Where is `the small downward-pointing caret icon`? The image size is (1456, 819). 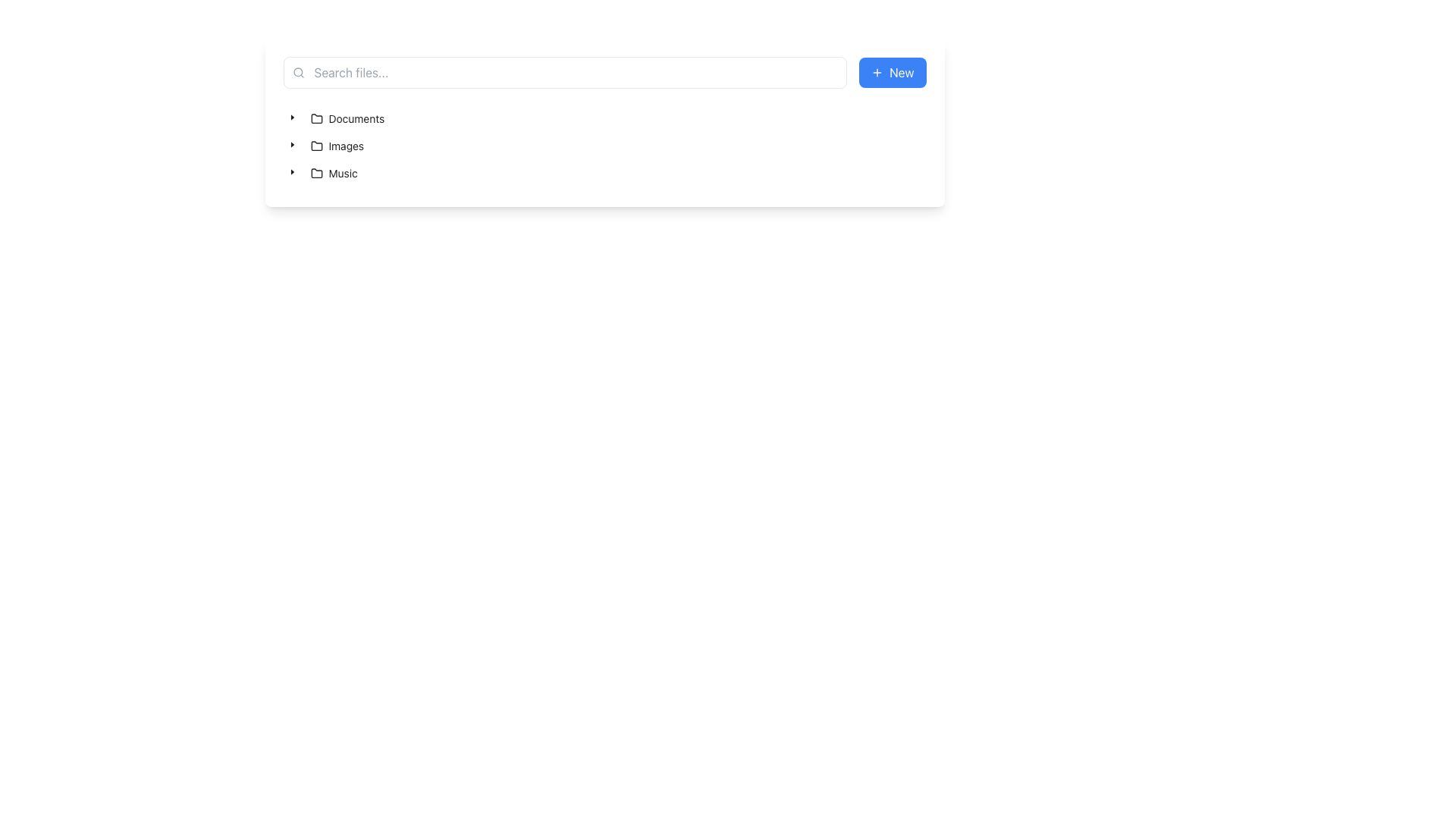
the small downward-pointing caret icon is located at coordinates (292, 145).